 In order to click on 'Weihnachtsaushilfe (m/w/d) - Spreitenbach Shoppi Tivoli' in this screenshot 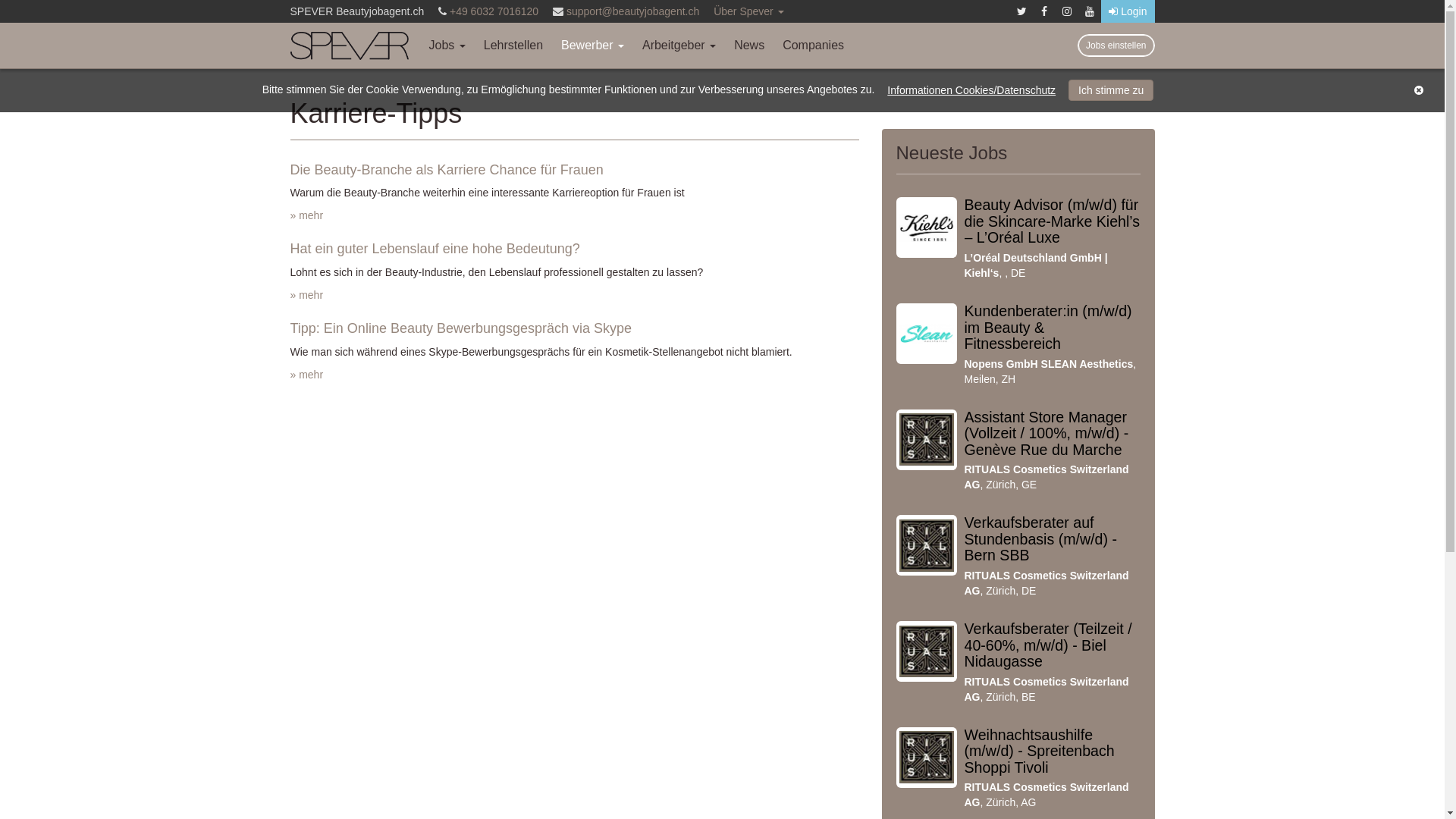, I will do `click(1039, 751)`.